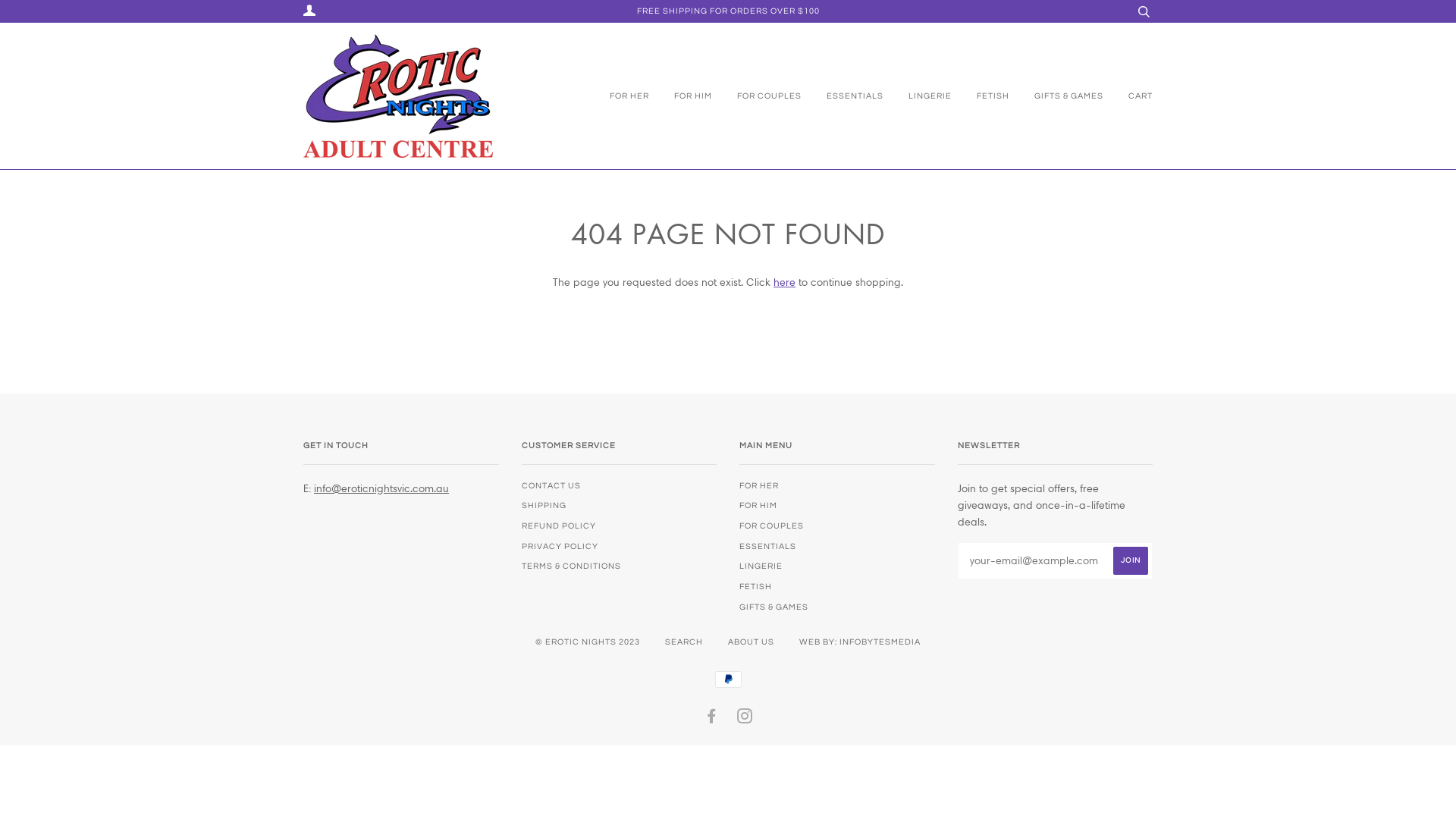  Describe the element at coordinates (784, 281) in the screenshot. I see `'here'` at that location.